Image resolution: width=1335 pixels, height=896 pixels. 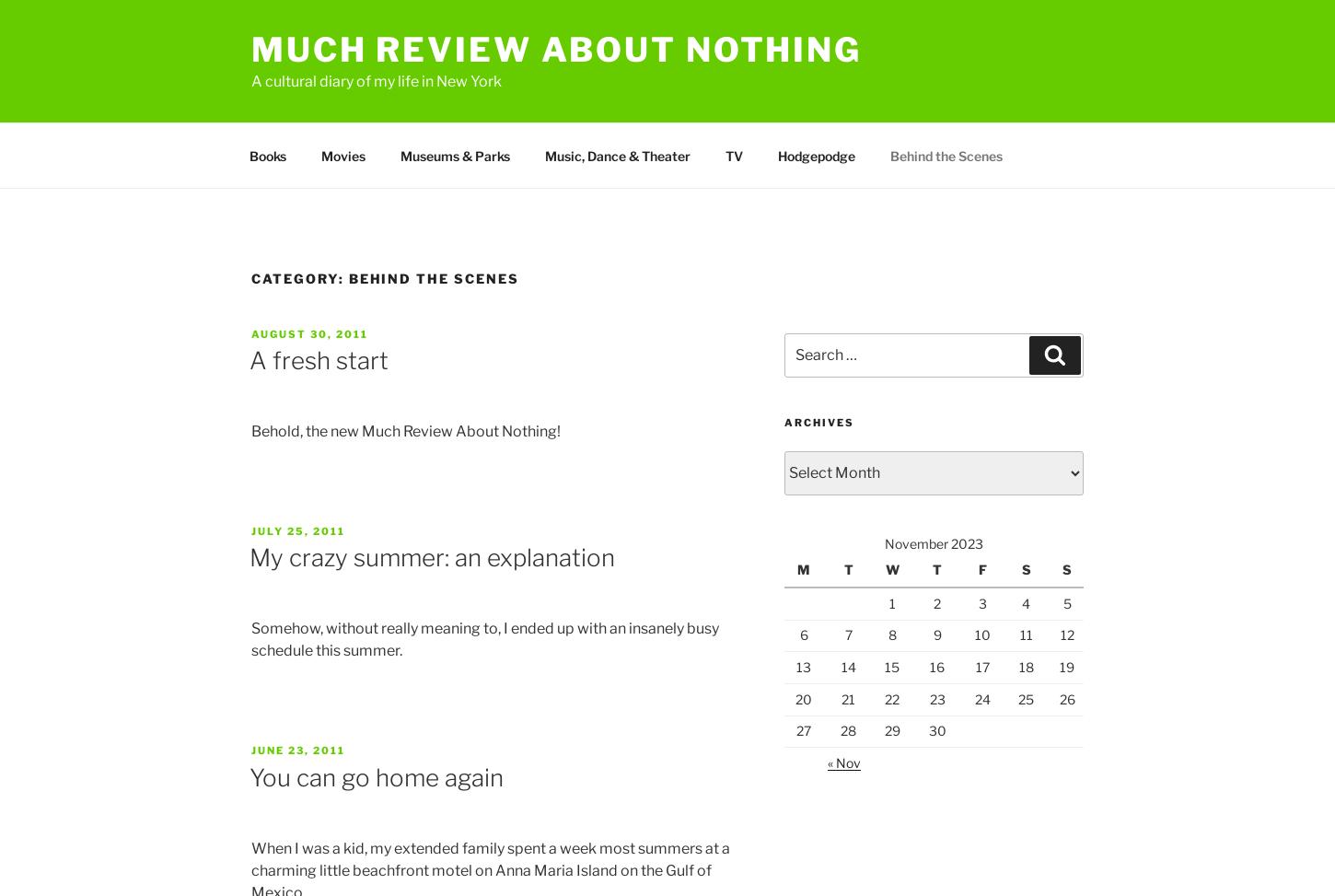 I want to click on '13', so click(x=803, y=666).